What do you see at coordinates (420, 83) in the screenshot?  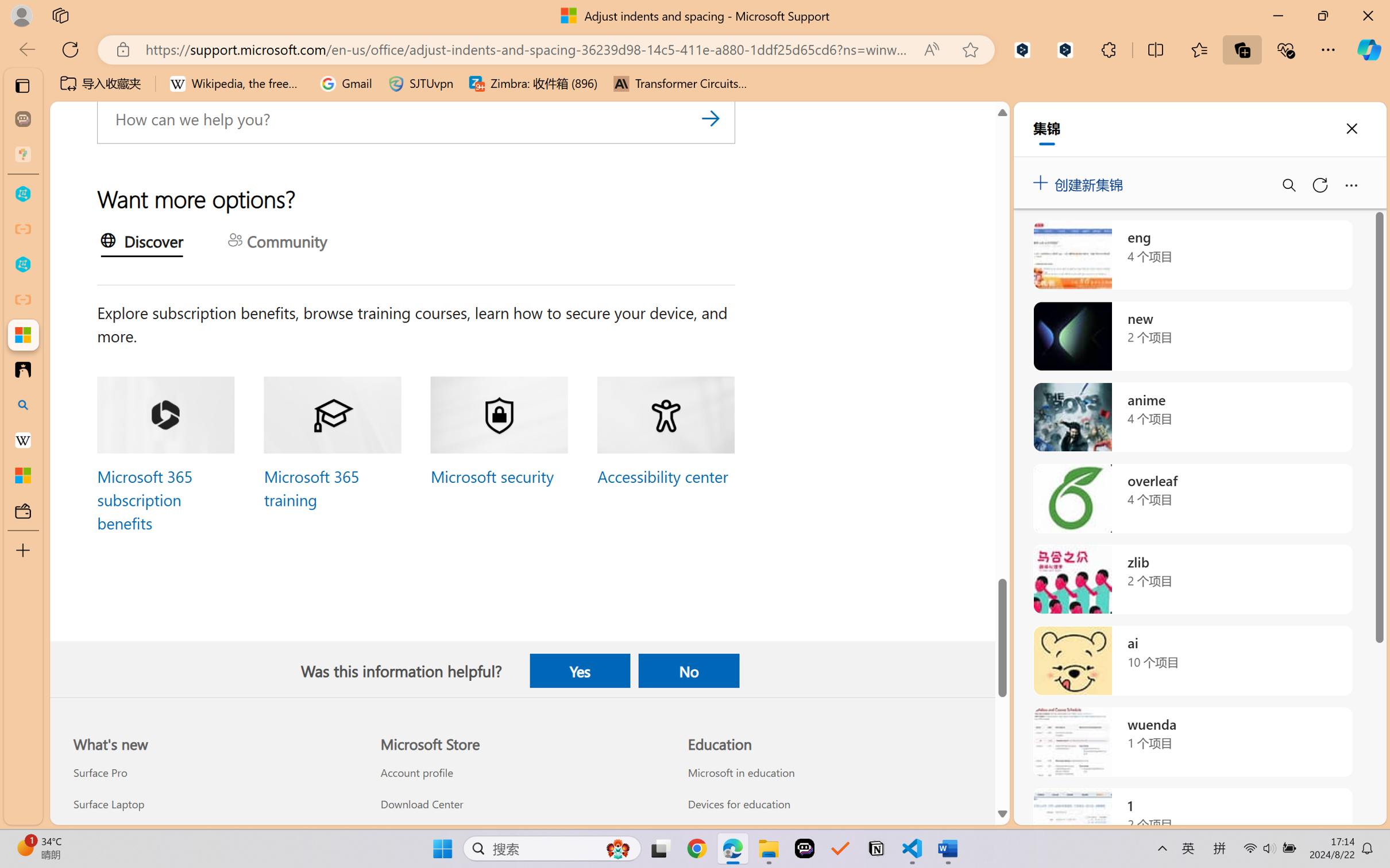 I see `'SJTUvpn'` at bounding box center [420, 83].